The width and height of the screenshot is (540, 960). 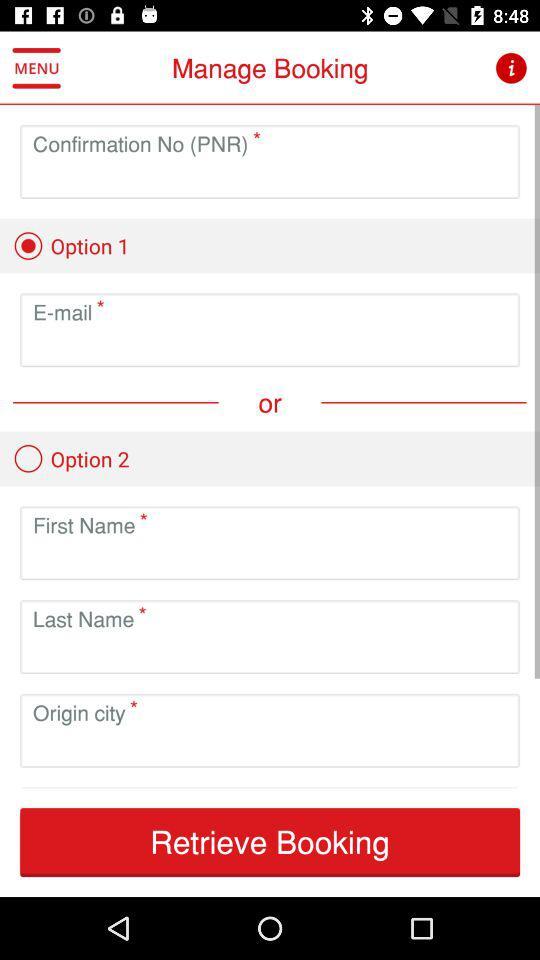 I want to click on confirmation number, so click(x=270, y=176).